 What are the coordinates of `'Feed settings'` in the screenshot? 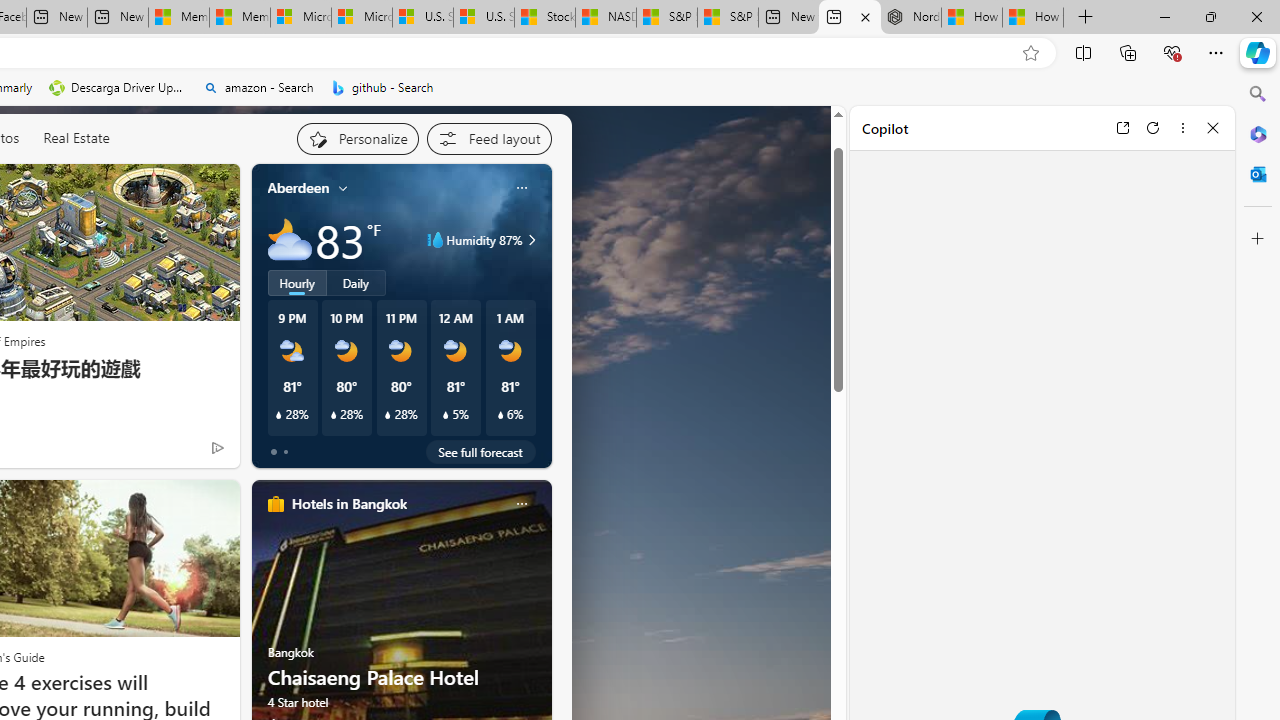 It's located at (488, 137).